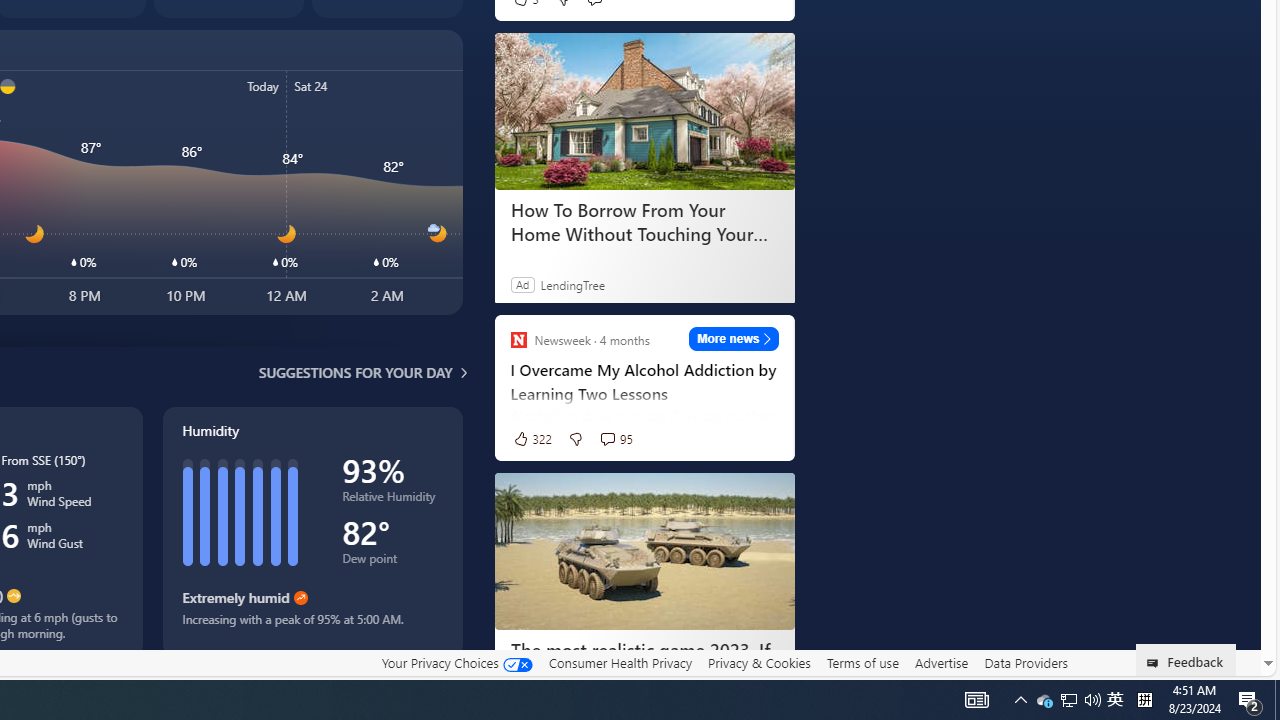 The image size is (1280, 720). I want to click on 'Feedback', so click(1186, 659).